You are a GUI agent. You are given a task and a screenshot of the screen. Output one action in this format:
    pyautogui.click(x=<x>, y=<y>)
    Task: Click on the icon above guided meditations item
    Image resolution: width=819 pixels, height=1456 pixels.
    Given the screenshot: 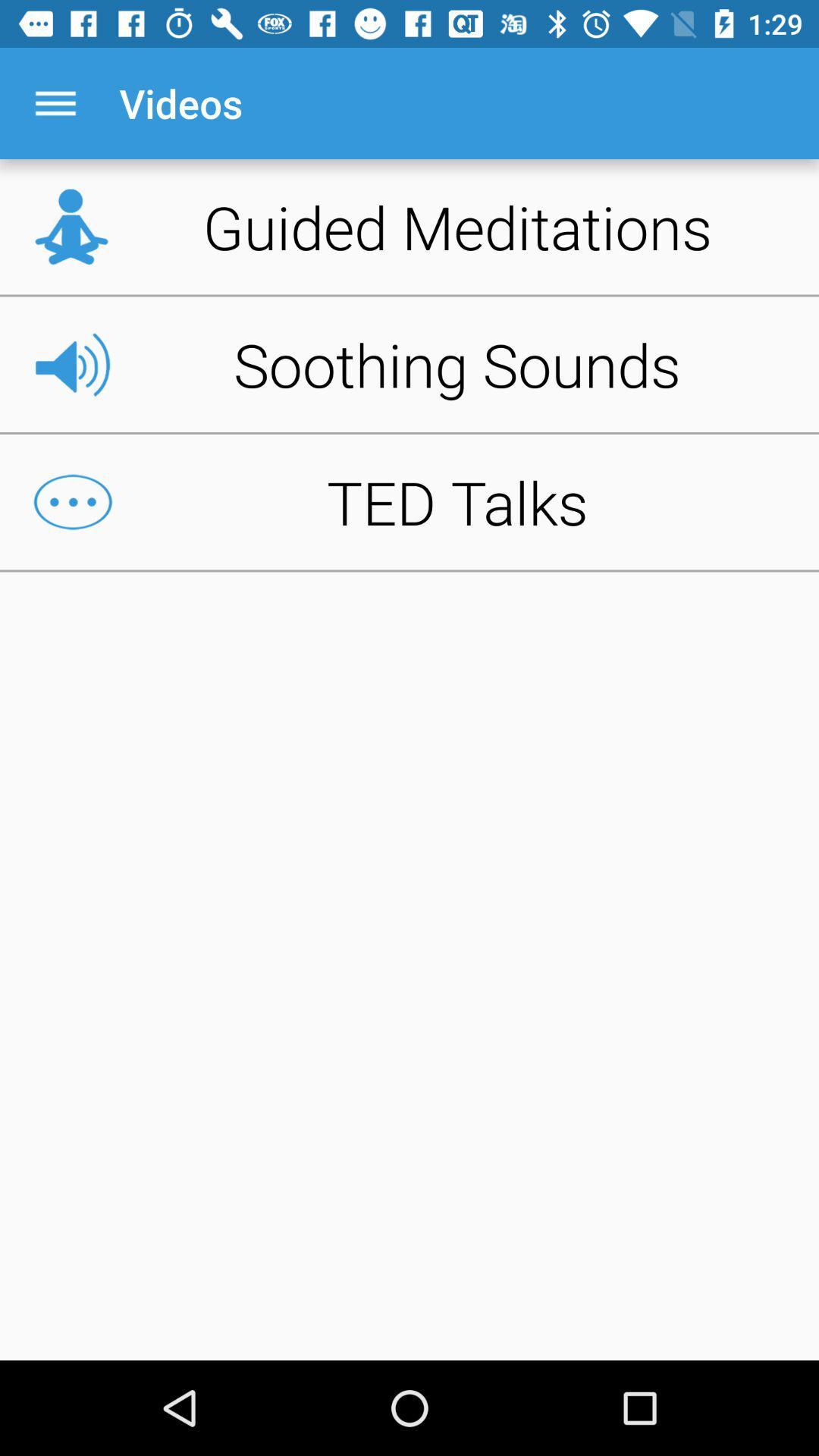 What is the action you would take?
    pyautogui.click(x=55, y=102)
    